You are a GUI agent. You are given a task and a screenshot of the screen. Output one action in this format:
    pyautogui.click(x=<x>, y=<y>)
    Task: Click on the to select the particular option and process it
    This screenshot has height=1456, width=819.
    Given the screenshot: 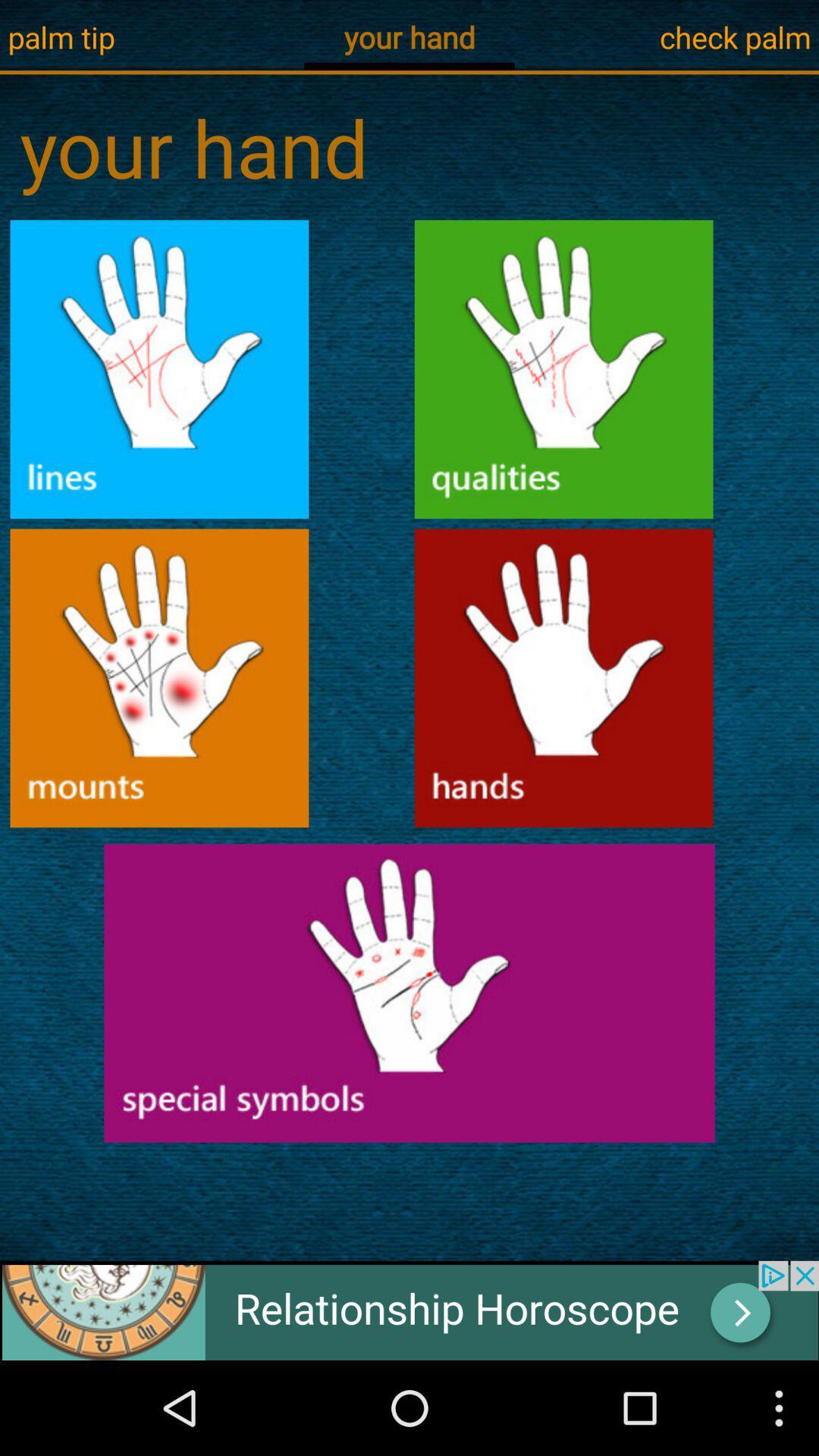 What is the action you would take?
    pyautogui.click(x=159, y=677)
    